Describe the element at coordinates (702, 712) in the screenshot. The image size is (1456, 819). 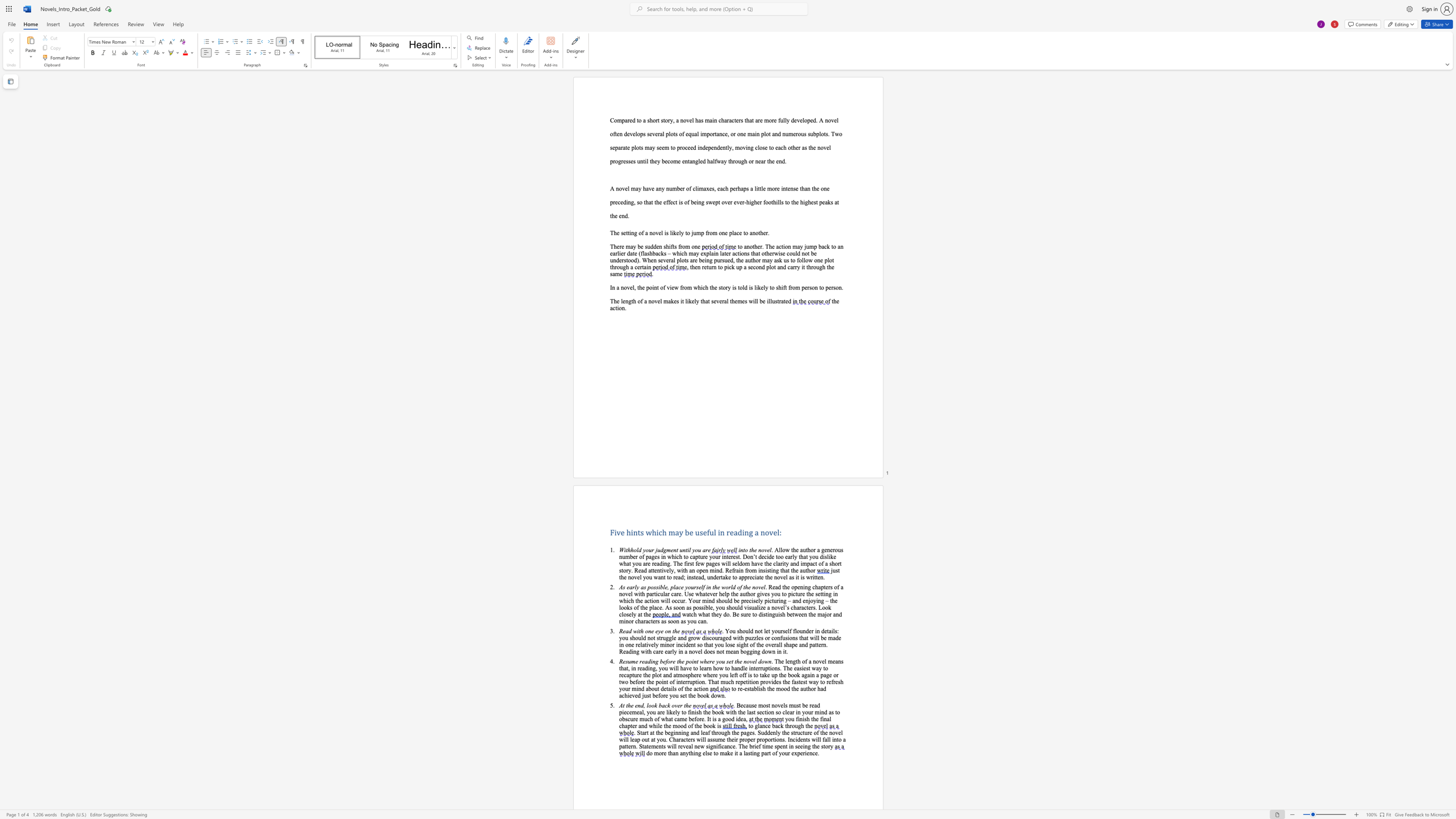
I see `the subset text "the book with the last section so clear in your mind as to ob" within the text "Because most novels must be read piecemeal, you are likely to finish the book with the last section so clear in your mind as to obscure much of what came before. It is"` at that location.